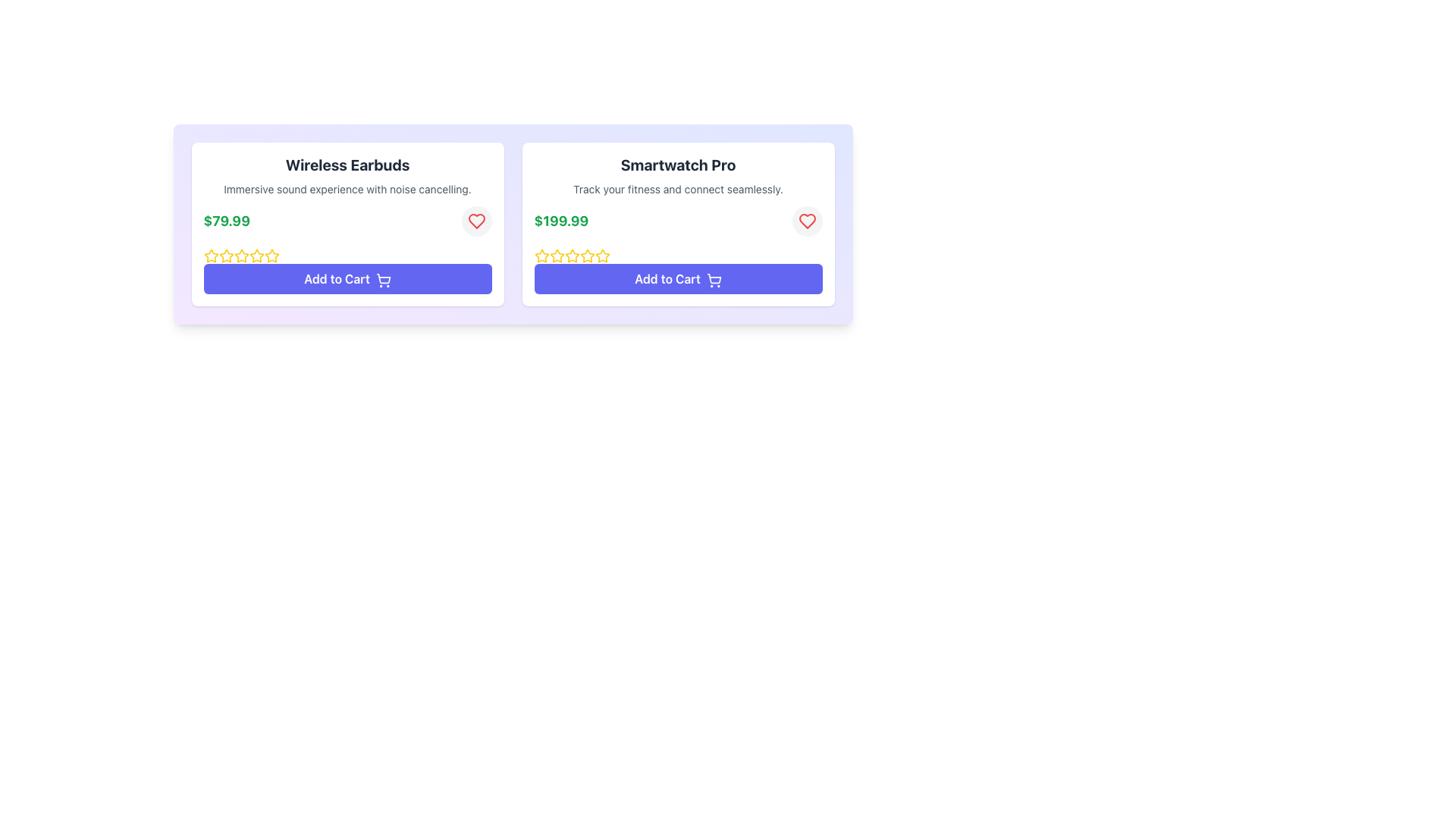 The image size is (1456, 819). Describe the element at coordinates (677, 189) in the screenshot. I see `descriptive text element located beneath the product title 'Smartwatch Pro' in the right section of the product grid` at that location.